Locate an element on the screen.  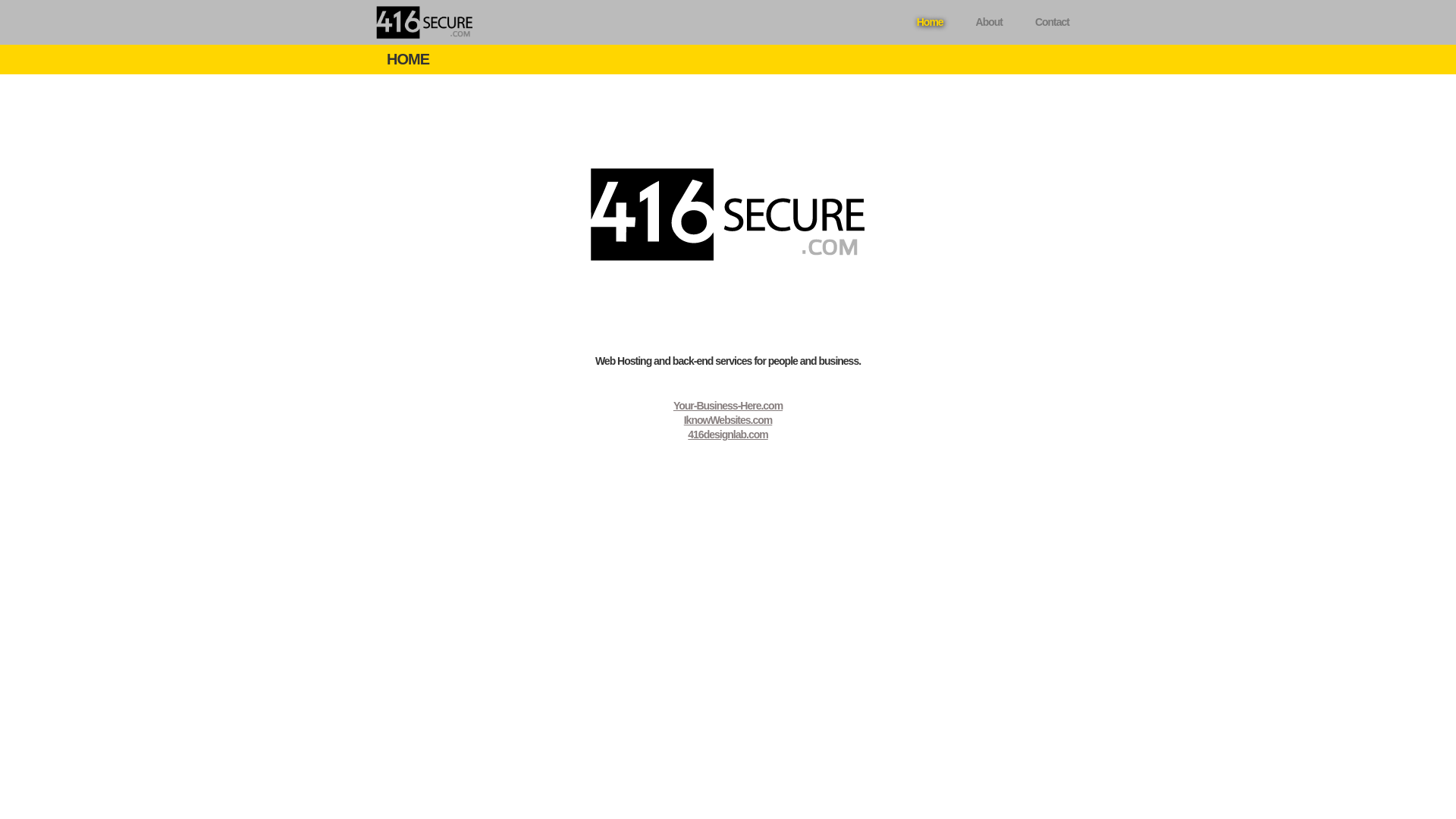
'Home' is located at coordinates (929, 22).